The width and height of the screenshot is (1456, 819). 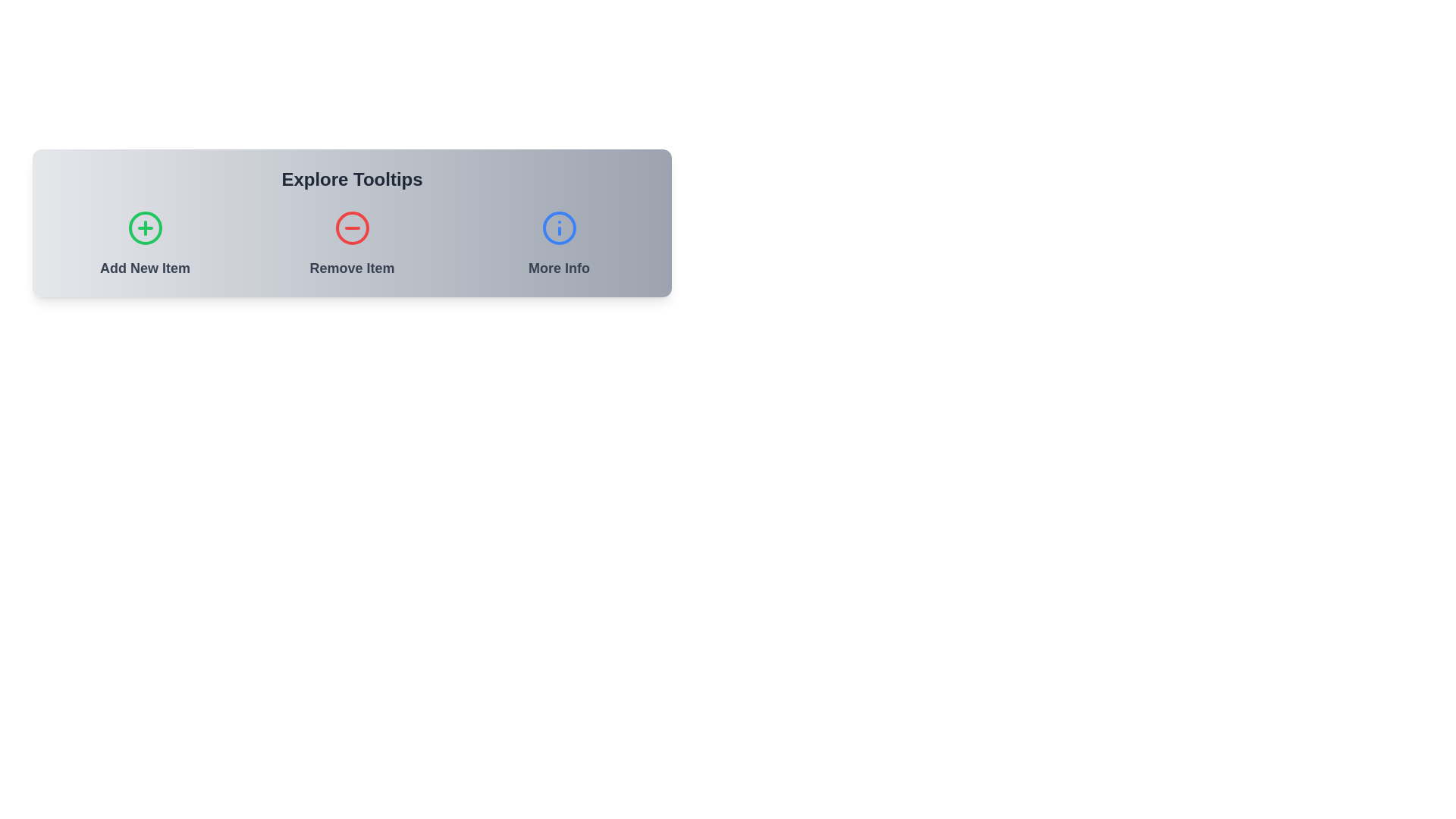 What do you see at coordinates (351, 243) in the screenshot?
I see `the 'Remove Item' button, which is centrally located between the 'Add New Item' button and the 'More Info' button` at bounding box center [351, 243].